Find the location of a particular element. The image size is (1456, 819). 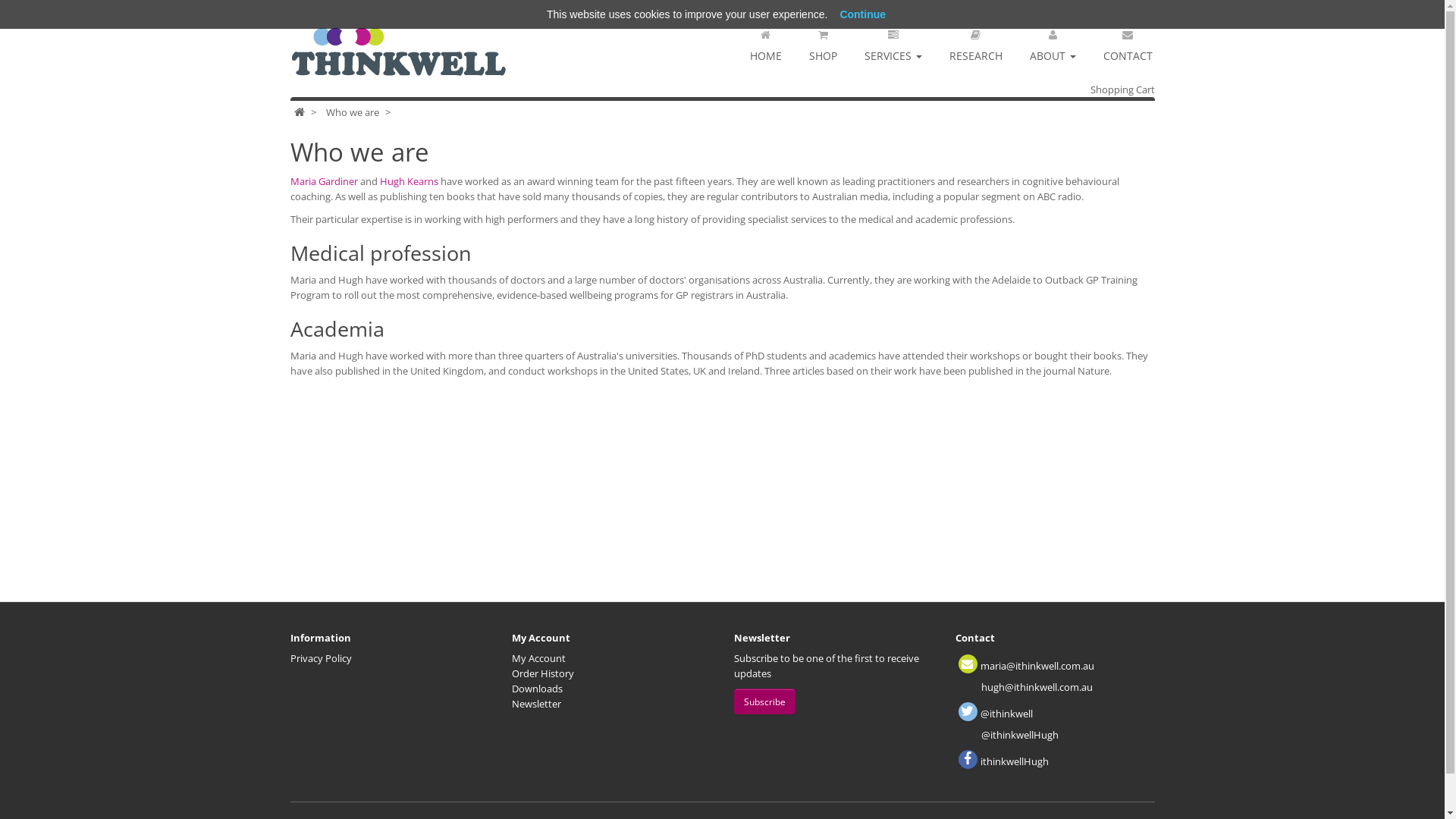

'Order History' is located at coordinates (542, 672).